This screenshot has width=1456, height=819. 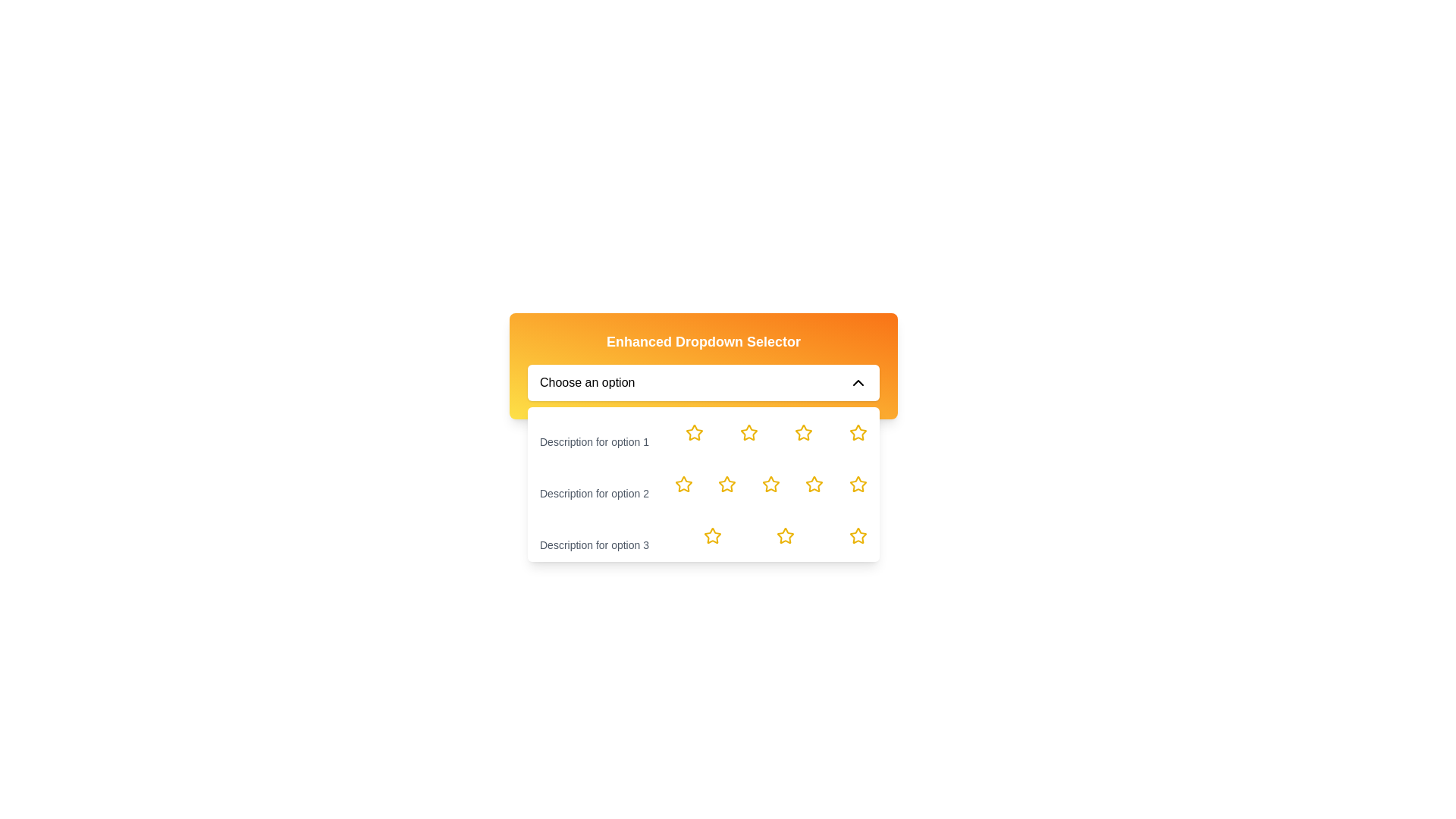 I want to click on the third yellow star icon used for rating next to the text 'Description for option 3', so click(x=786, y=535).